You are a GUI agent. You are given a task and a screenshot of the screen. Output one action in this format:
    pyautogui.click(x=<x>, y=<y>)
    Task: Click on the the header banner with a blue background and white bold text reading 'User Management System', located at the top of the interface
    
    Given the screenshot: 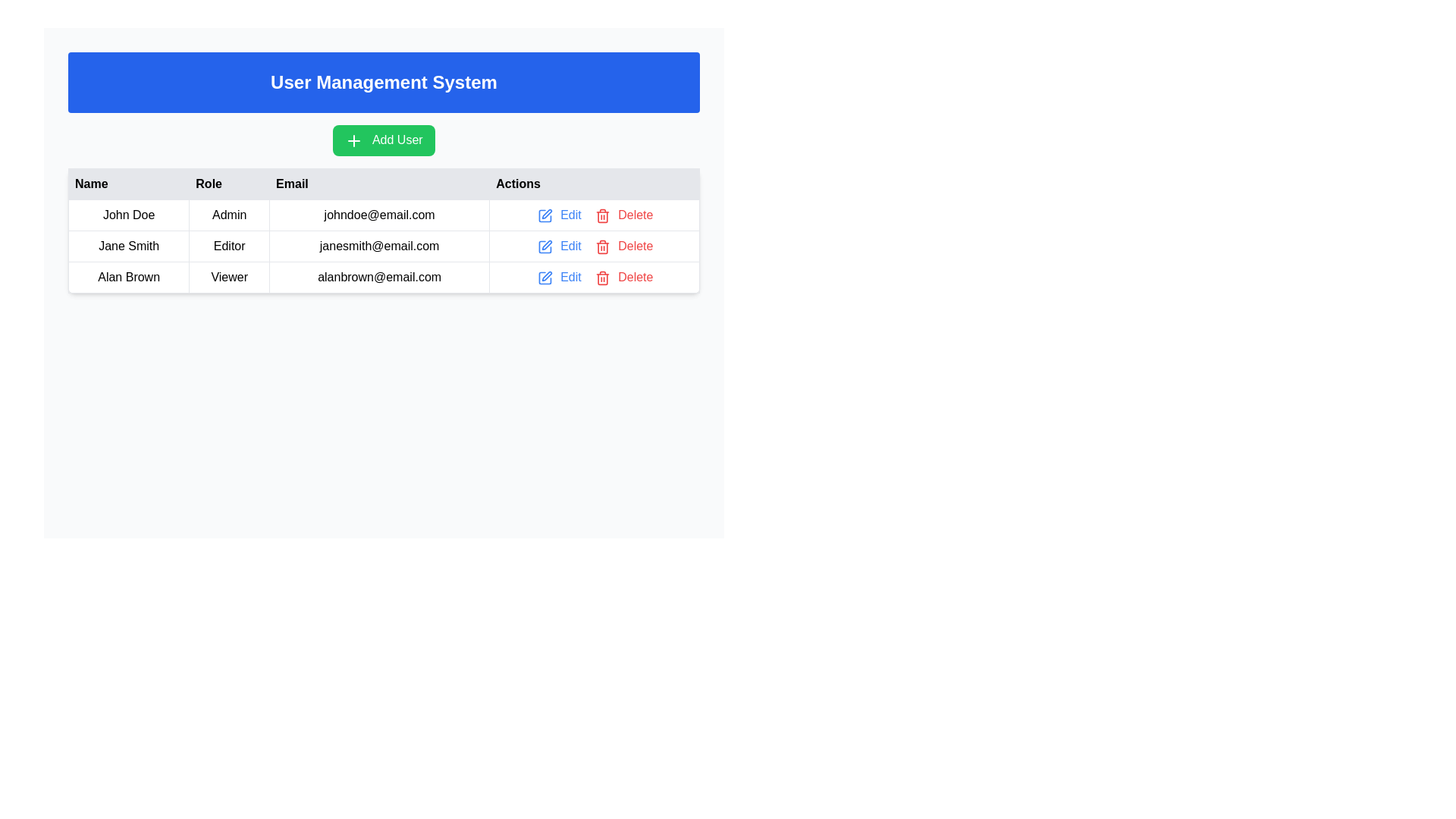 What is the action you would take?
    pyautogui.click(x=384, y=82)
    